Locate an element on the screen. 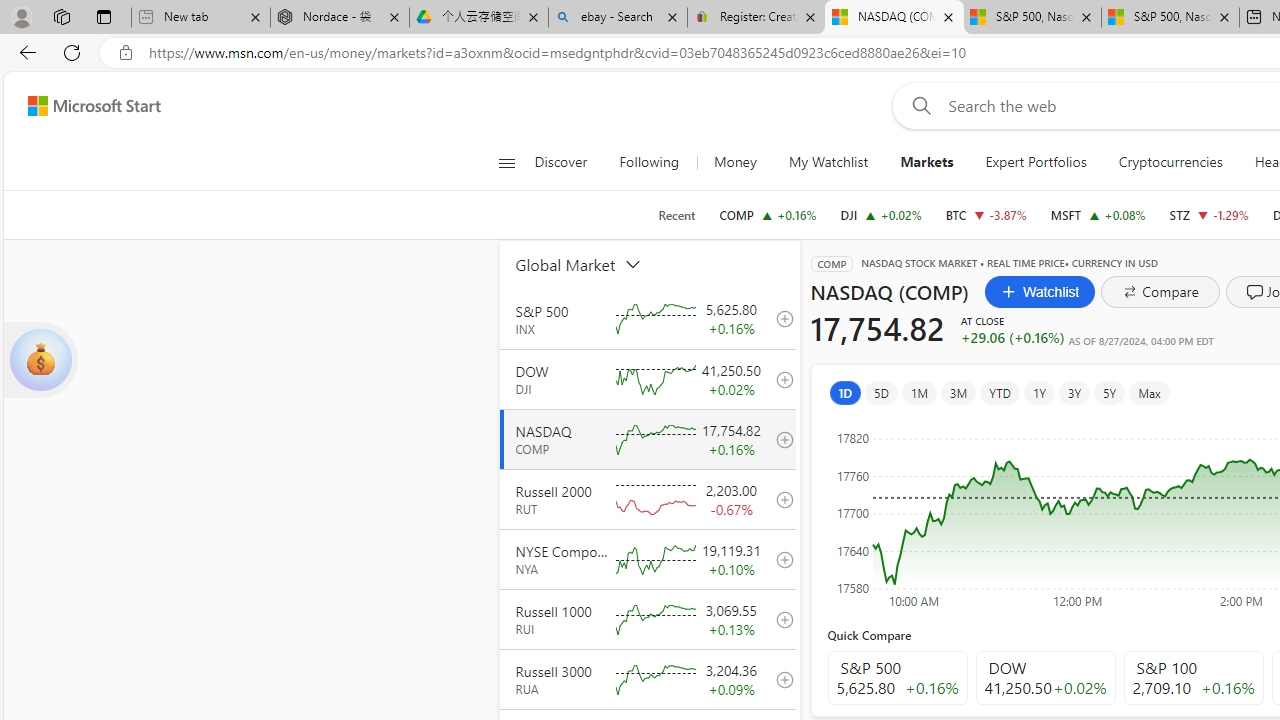  'Max' is located at coordinates (1149, 392).